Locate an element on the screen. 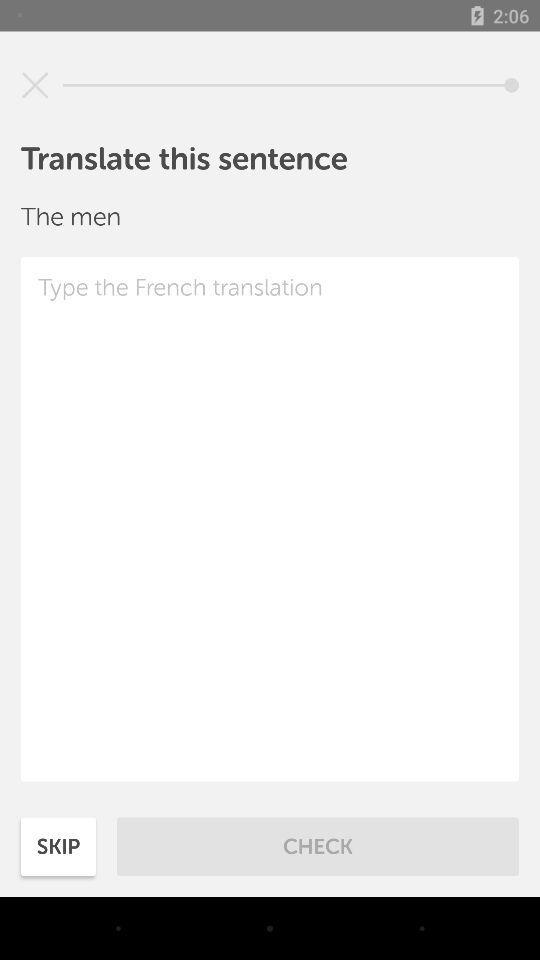 The width and height of the screenshot is (540, 960). the item above the translate this sentence item is located at coordinates (35, 85).